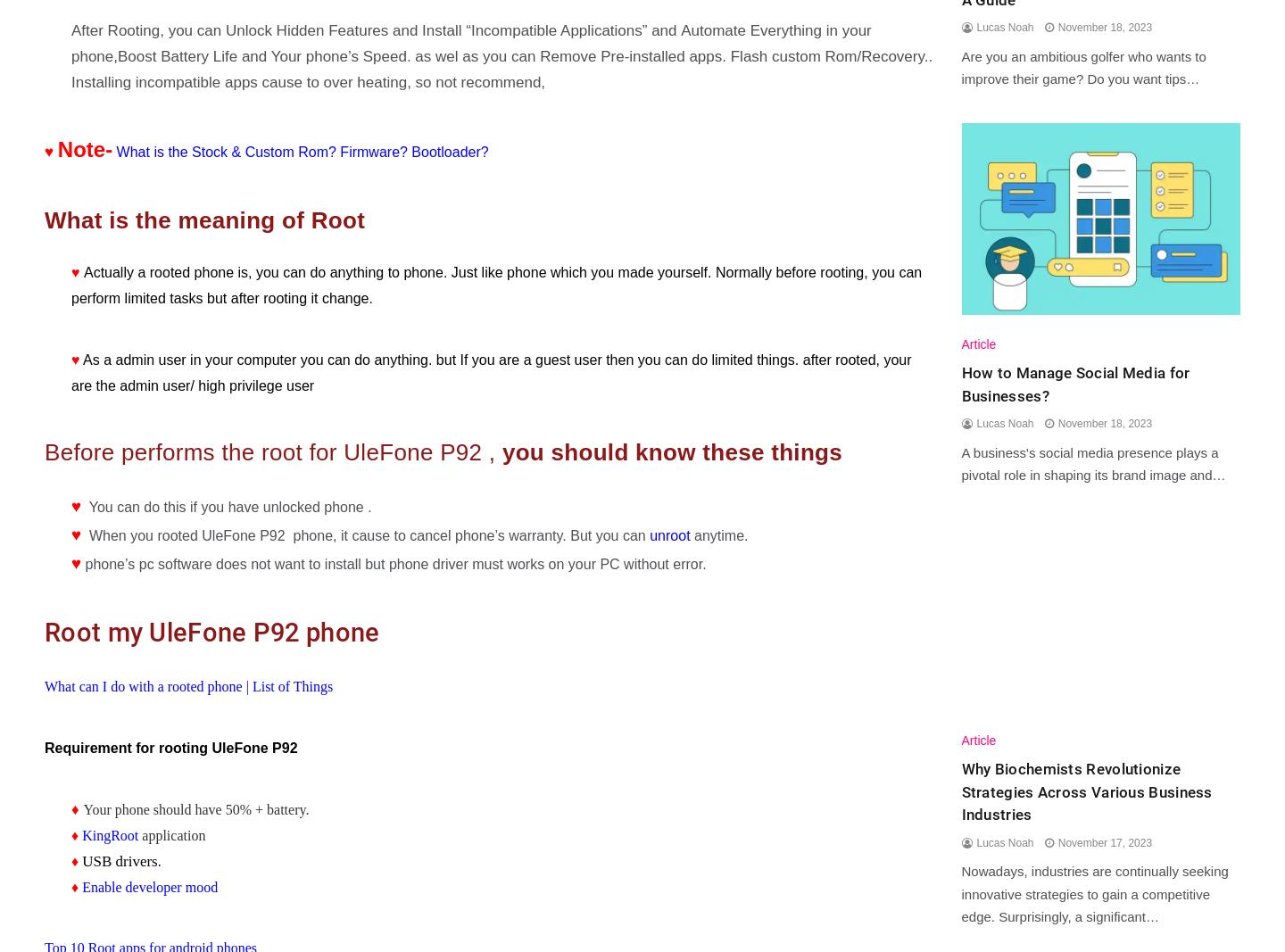 The image size is (1285, 952). Describe the element at coordinates (137, 834) in the screenshot. I see `'application'` at that location.